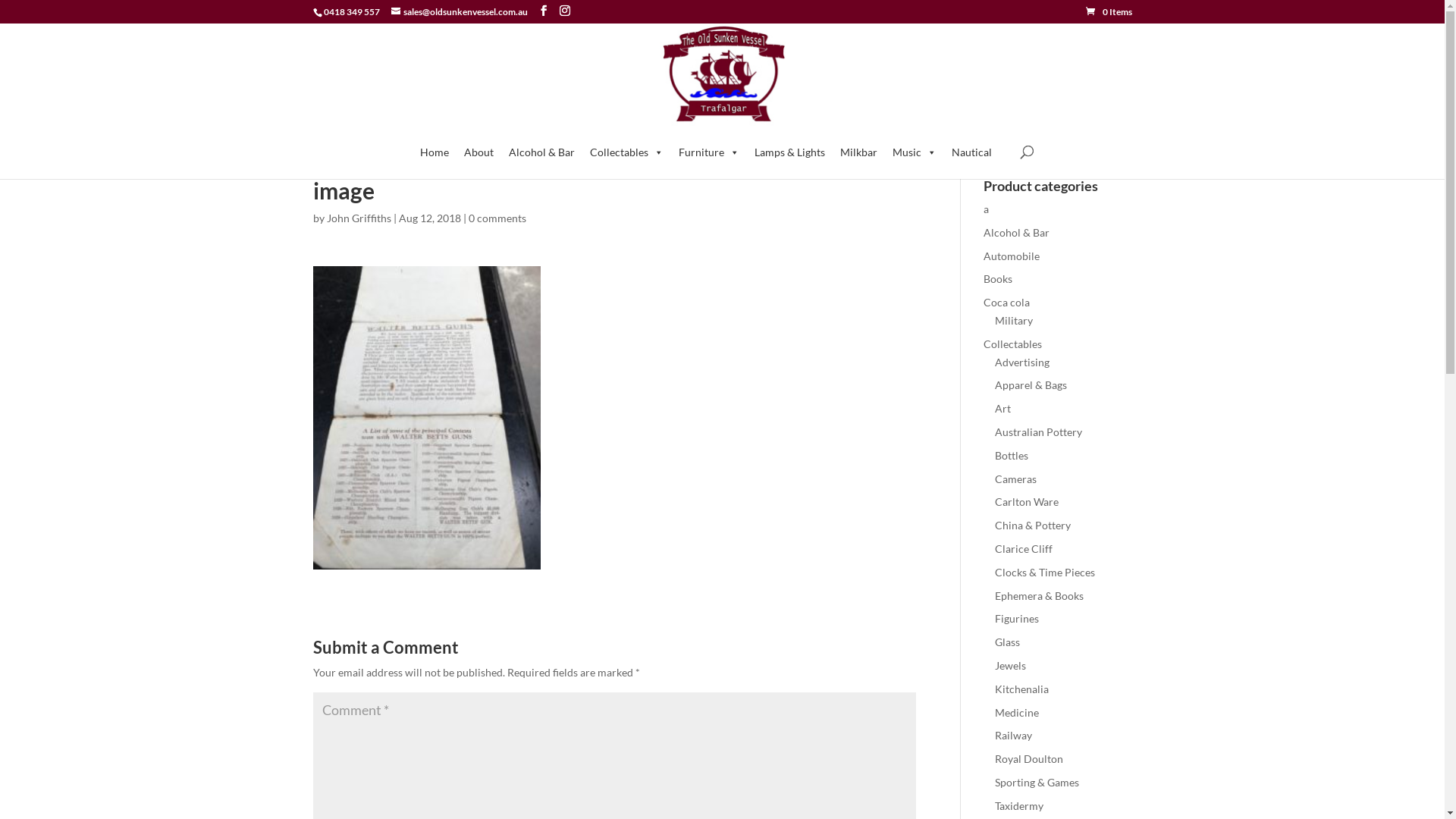 This screenshot has height=819, width=1456. What do you see at coordinates (708, 152) in the screenshot?
I see `'Furniture'` at bounding box center [708, 152].